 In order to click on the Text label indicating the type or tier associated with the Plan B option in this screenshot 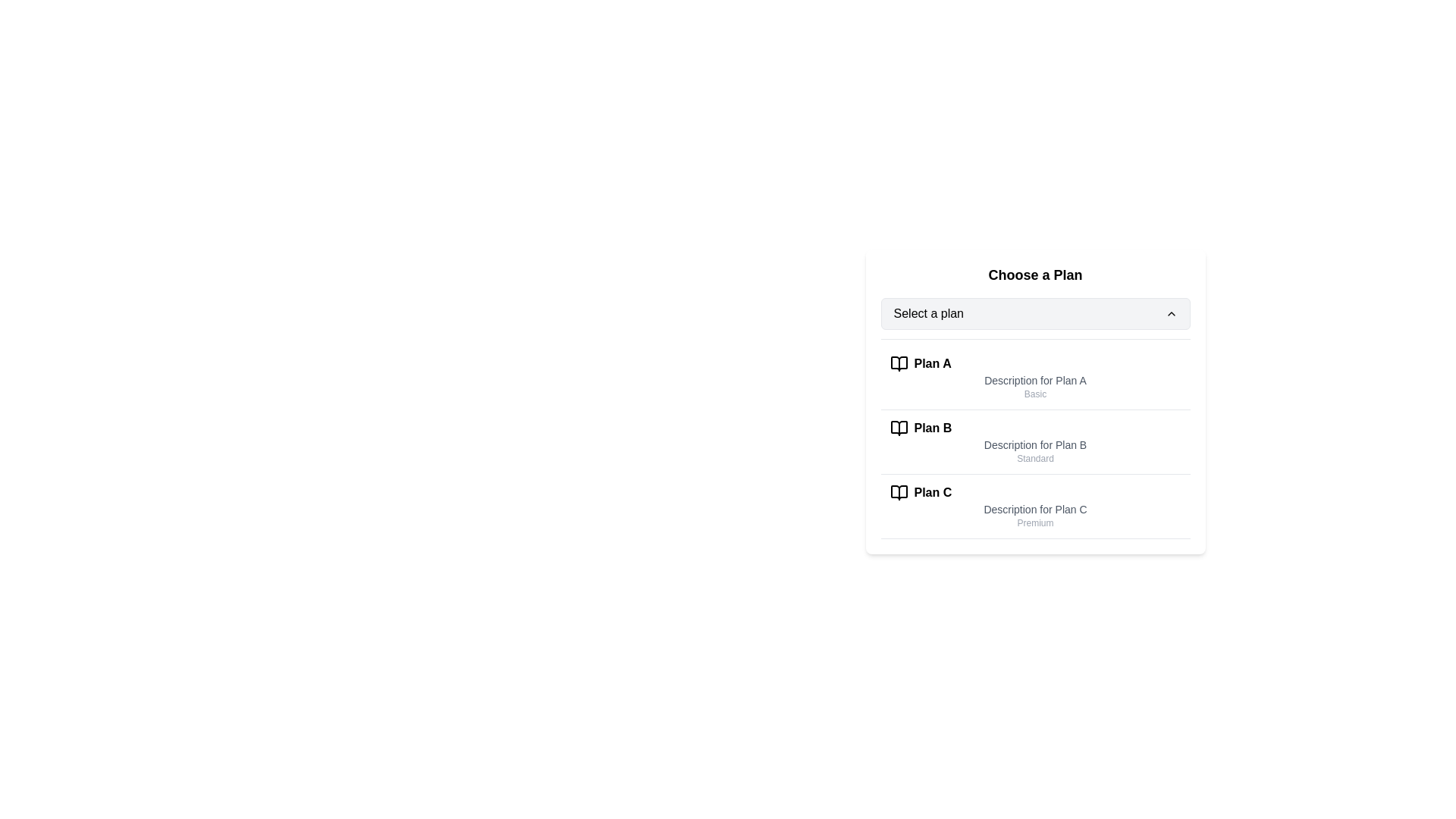, I will do `click(1034, 458)`.